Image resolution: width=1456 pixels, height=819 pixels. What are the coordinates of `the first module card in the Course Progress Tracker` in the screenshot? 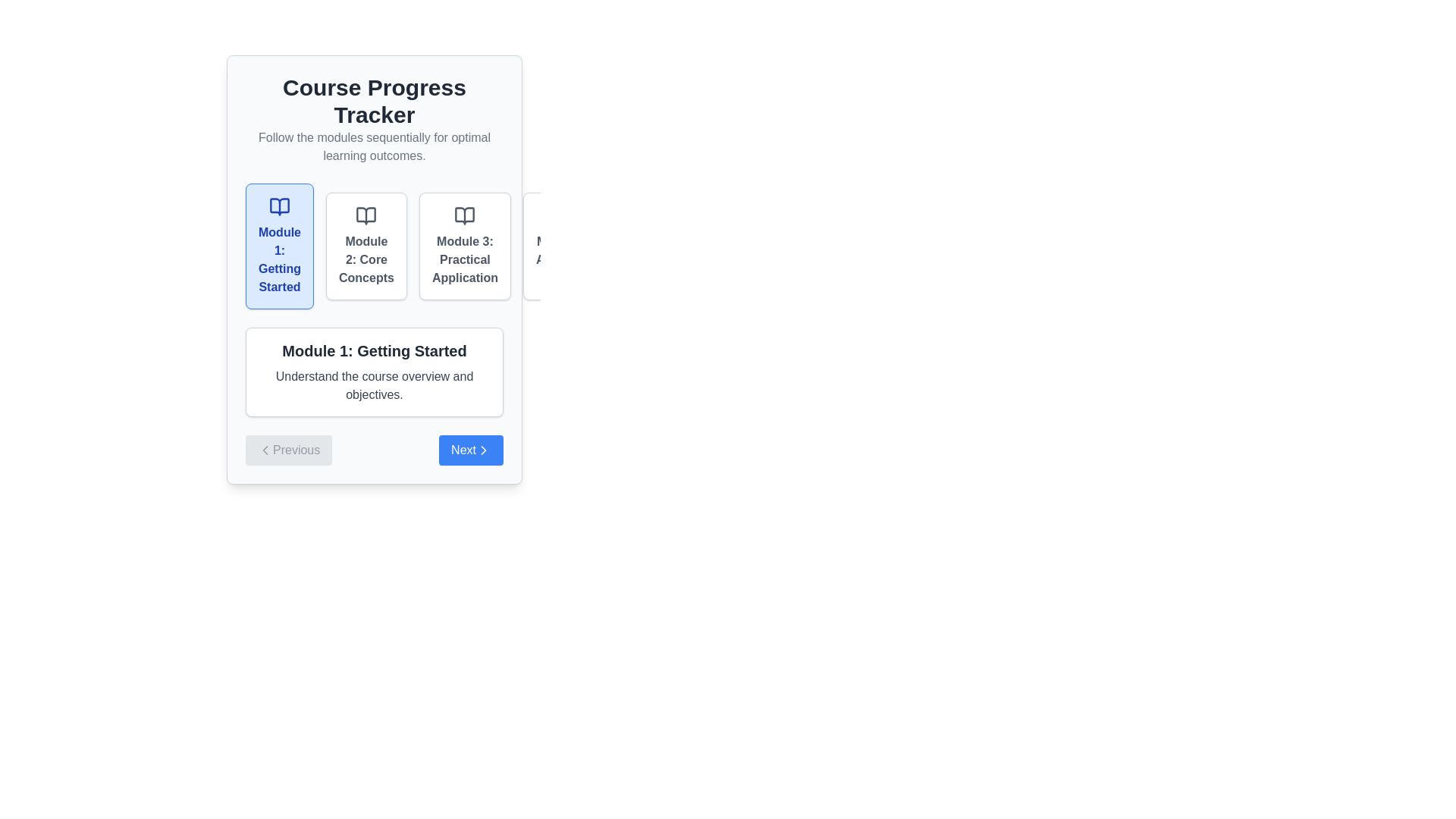 It's located at (280, 245).